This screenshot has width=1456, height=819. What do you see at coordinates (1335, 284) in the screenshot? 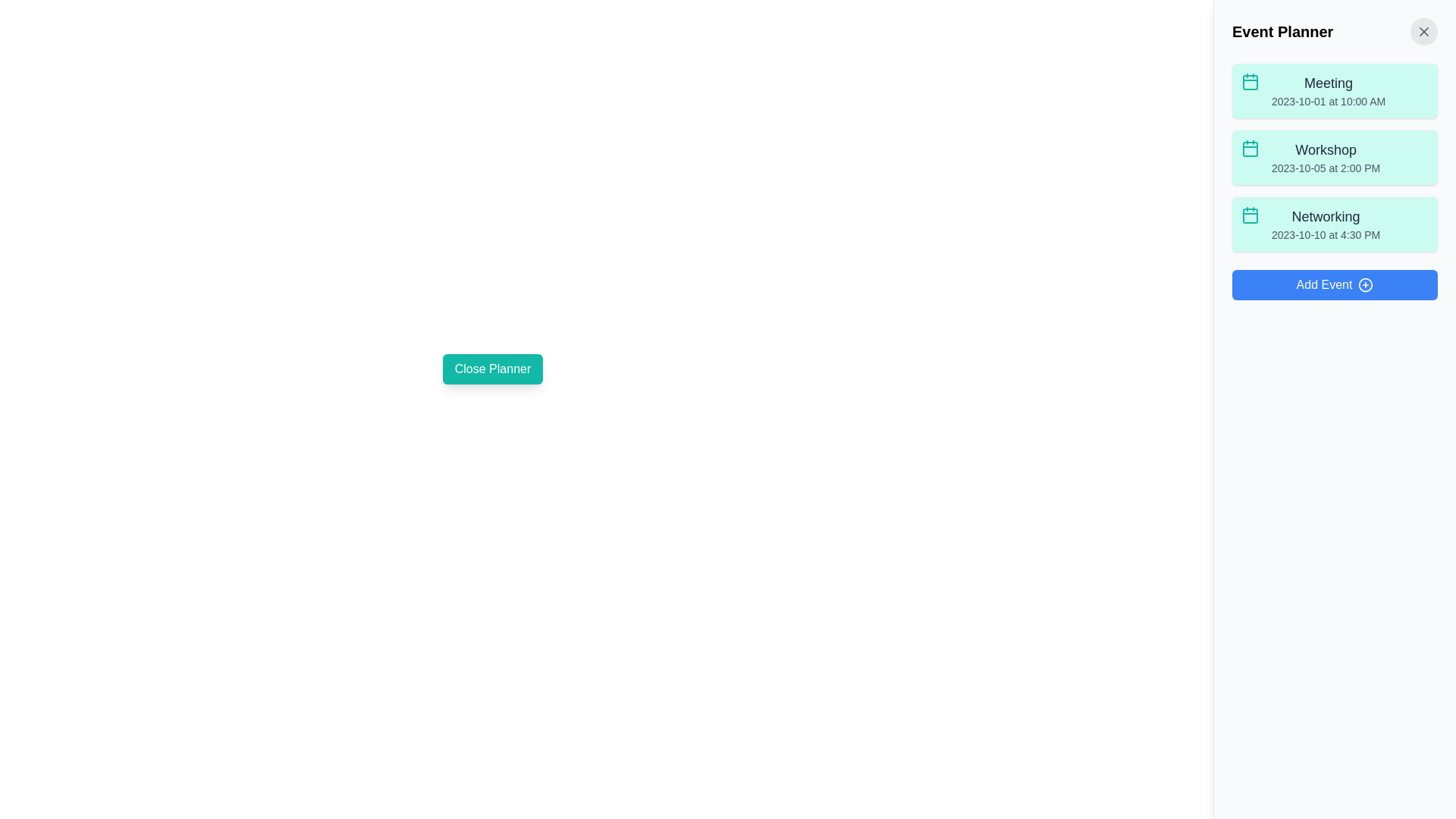
I see `the 'Add New Event' button located at the bottom of the right-hand side panel labeled 'Event Planner' to initiate adding a new event` at bounding box center [1335, 284].